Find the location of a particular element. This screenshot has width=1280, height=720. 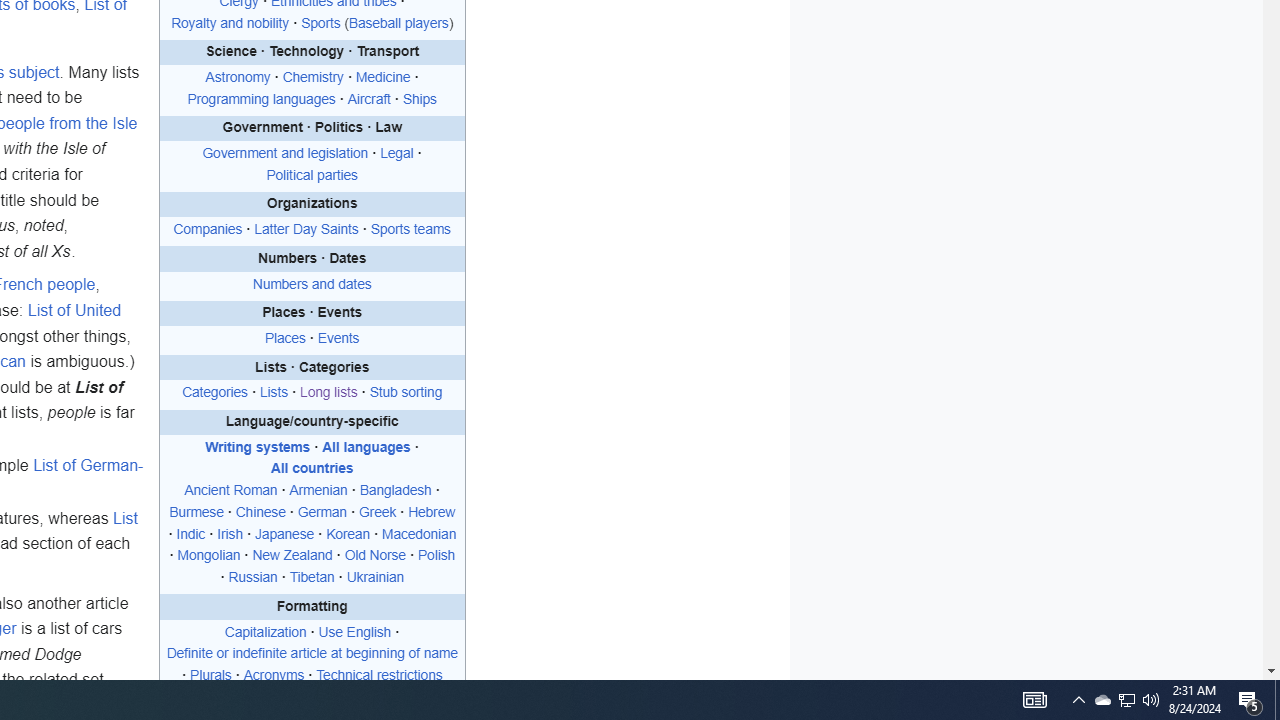

'Lists' is located at coordinates (272, 393).